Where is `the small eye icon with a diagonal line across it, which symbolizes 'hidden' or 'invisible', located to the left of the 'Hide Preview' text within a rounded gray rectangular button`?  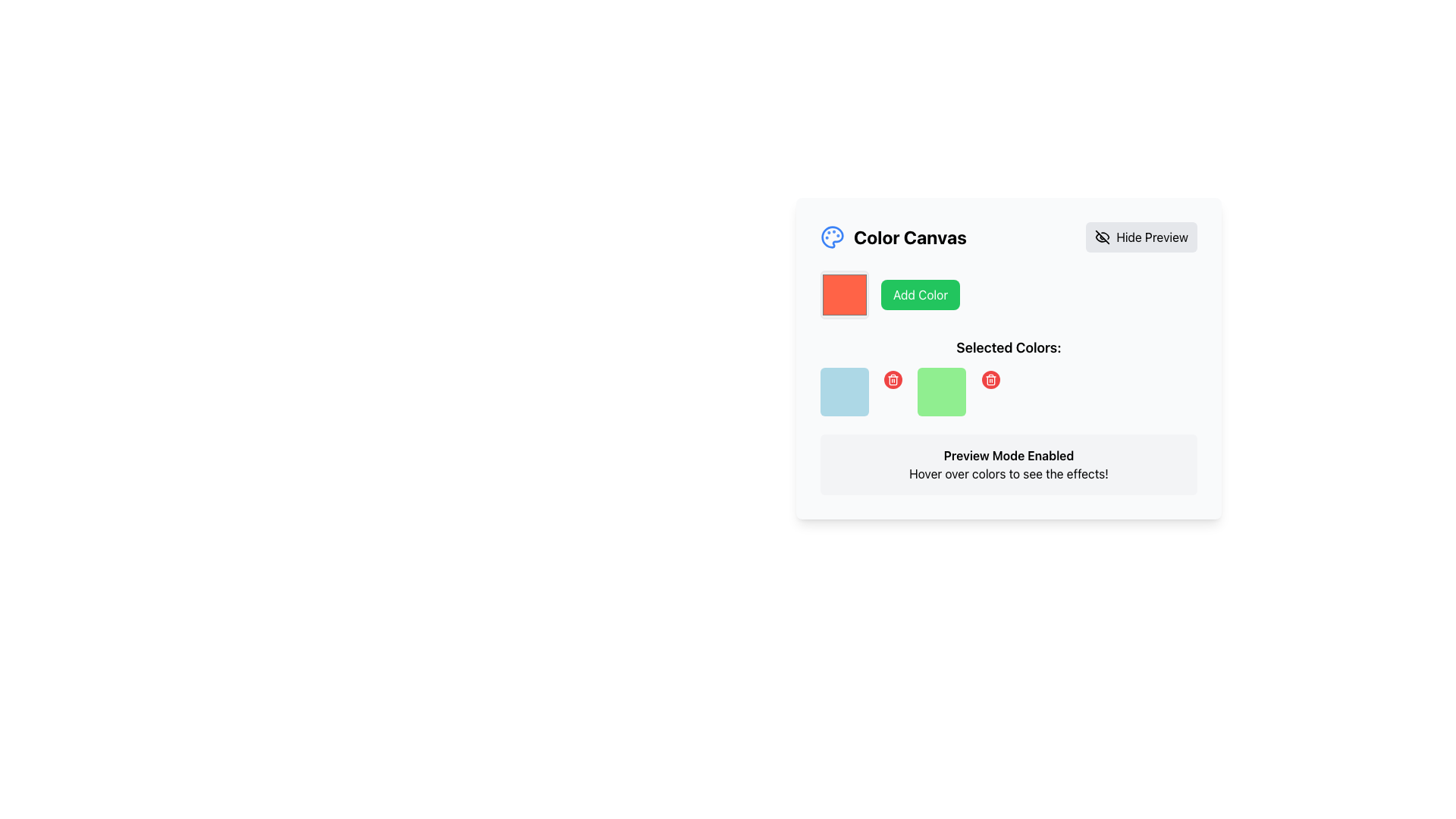 the small eye icon with a diagonal line across it, which symbolizes 'hidden' or 'invisible', located to the left of the 'Hide Preview' text within a rounded gray rectangular button is located at coordinates (1103, 237).